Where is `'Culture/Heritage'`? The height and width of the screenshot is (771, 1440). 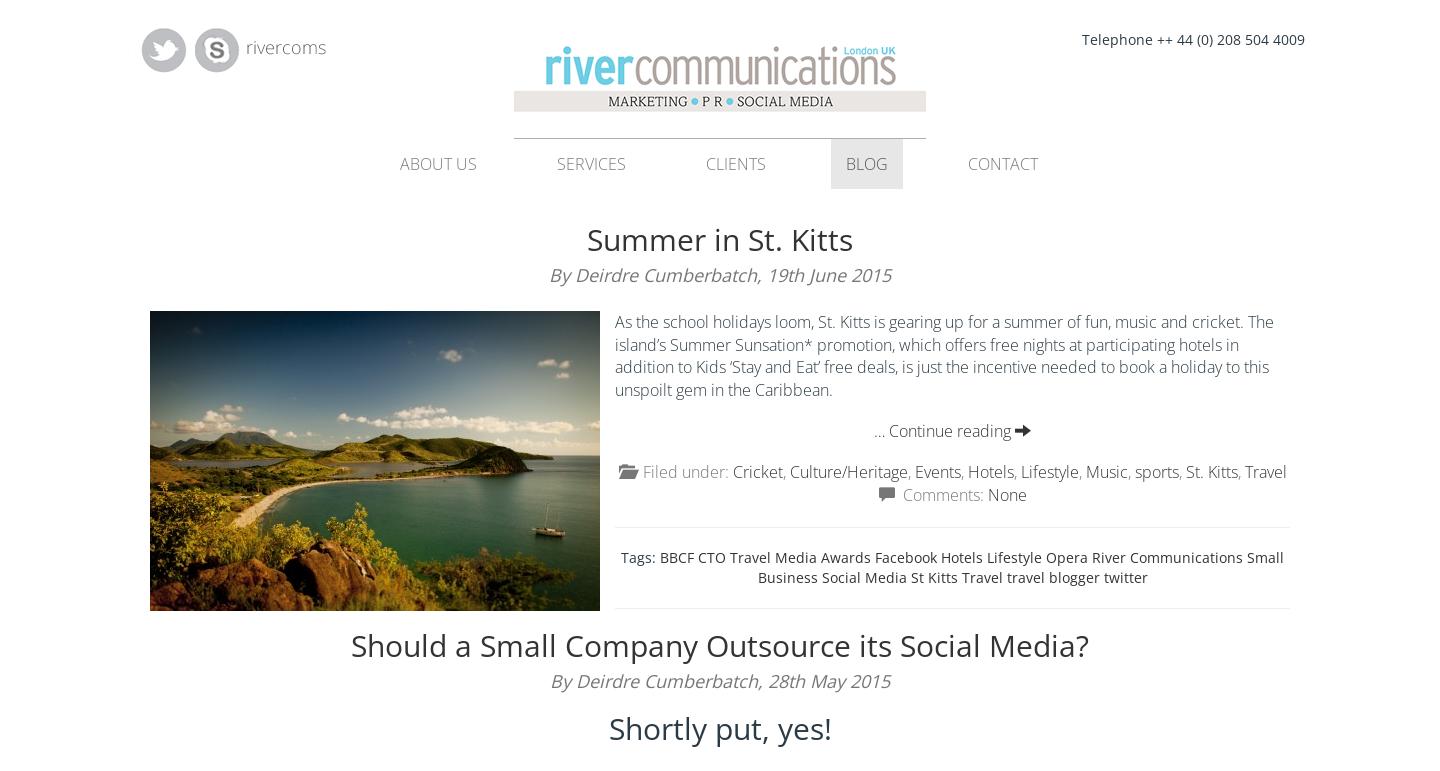
'Culture/Heritage' is located at coordinates (847, 471).